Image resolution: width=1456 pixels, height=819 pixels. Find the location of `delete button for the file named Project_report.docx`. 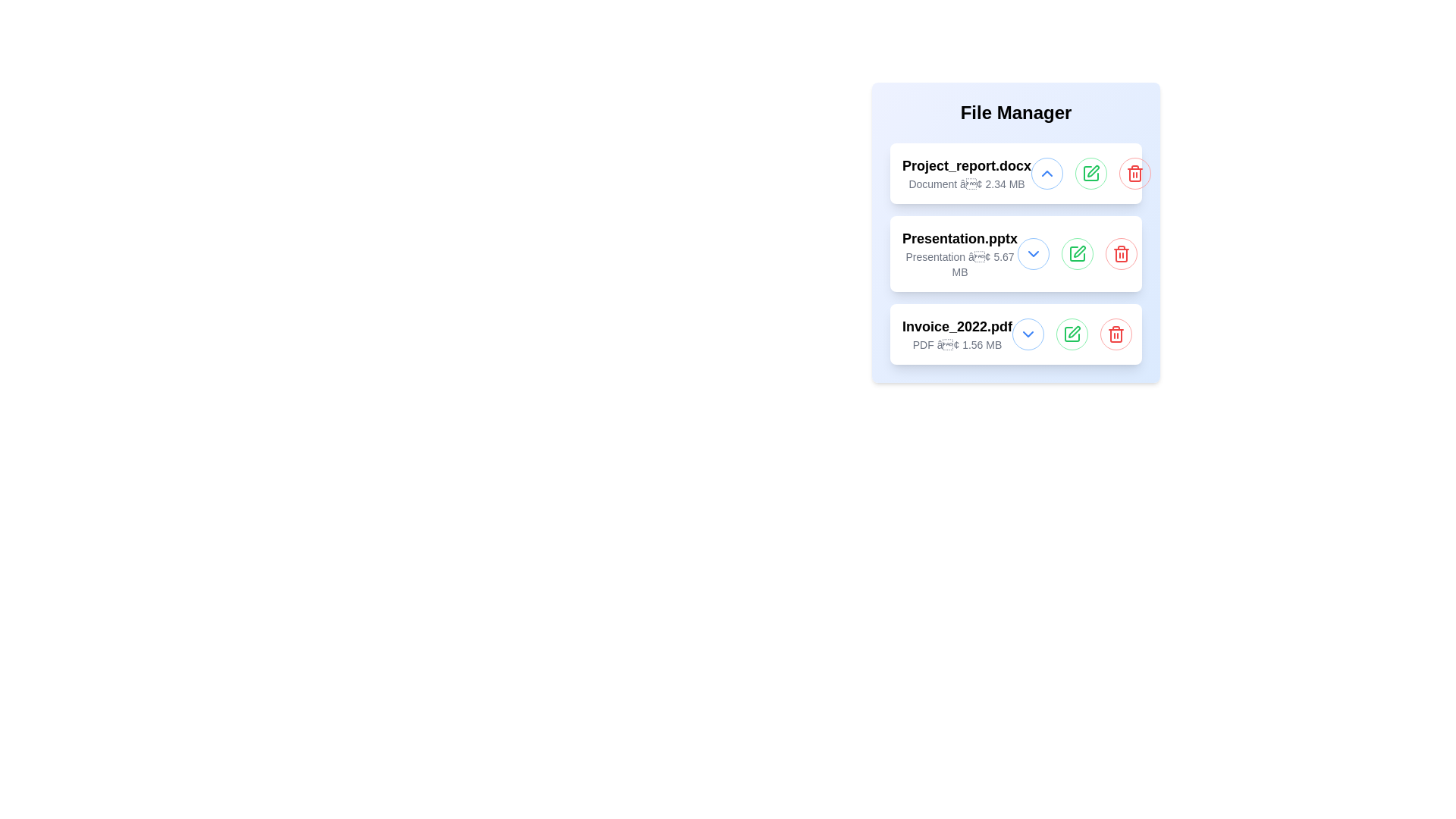

delete button for the file named Project_report.docx is located at coordinates (1135, 172).